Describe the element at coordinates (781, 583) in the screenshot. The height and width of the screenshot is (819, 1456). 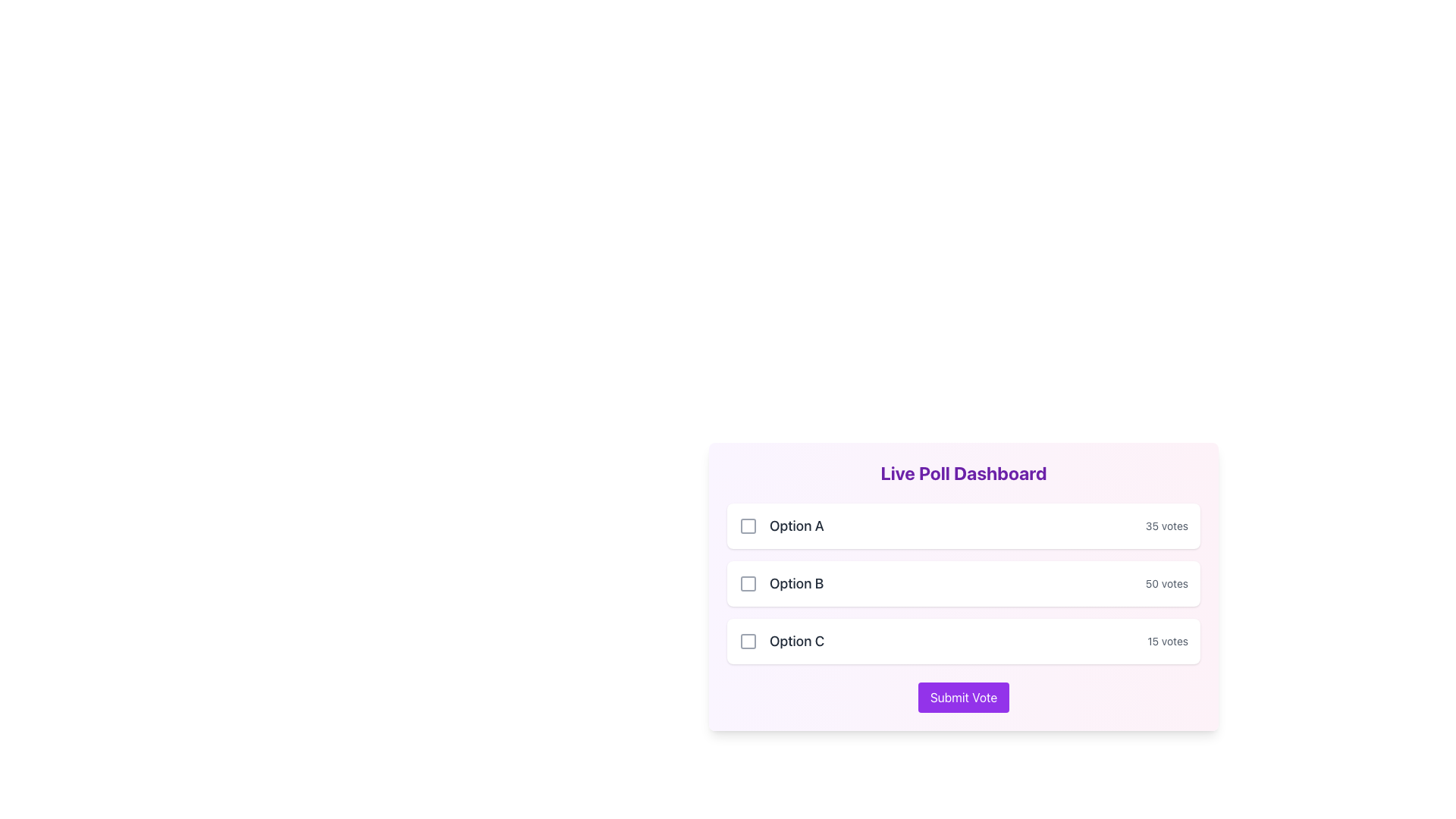
I see `the text label displaying 'Option B'` at that location.